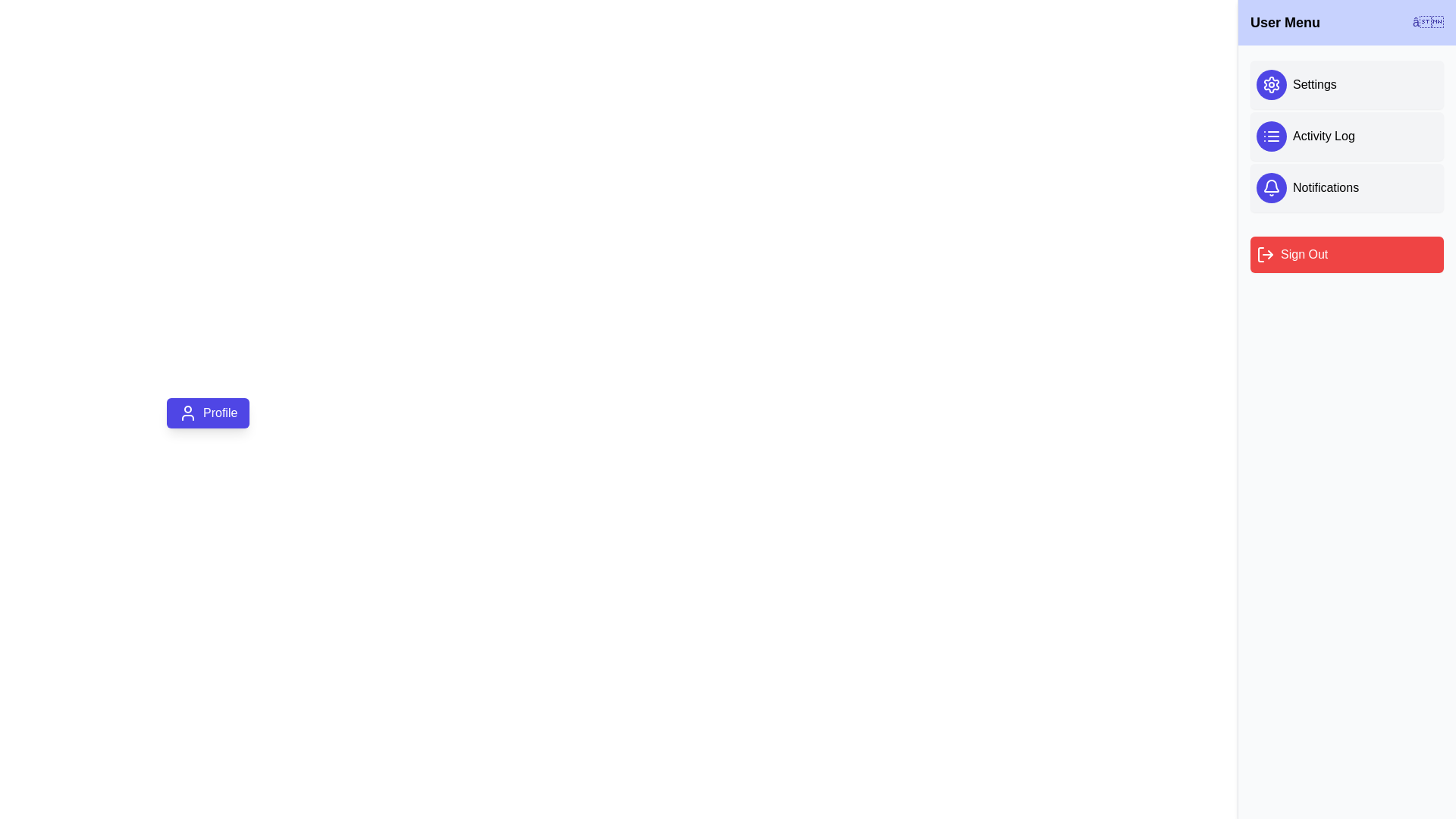 This screenshot has height=819, width=1456. I want to click on the option Sign Out from the user menu, so click(1347, 253).